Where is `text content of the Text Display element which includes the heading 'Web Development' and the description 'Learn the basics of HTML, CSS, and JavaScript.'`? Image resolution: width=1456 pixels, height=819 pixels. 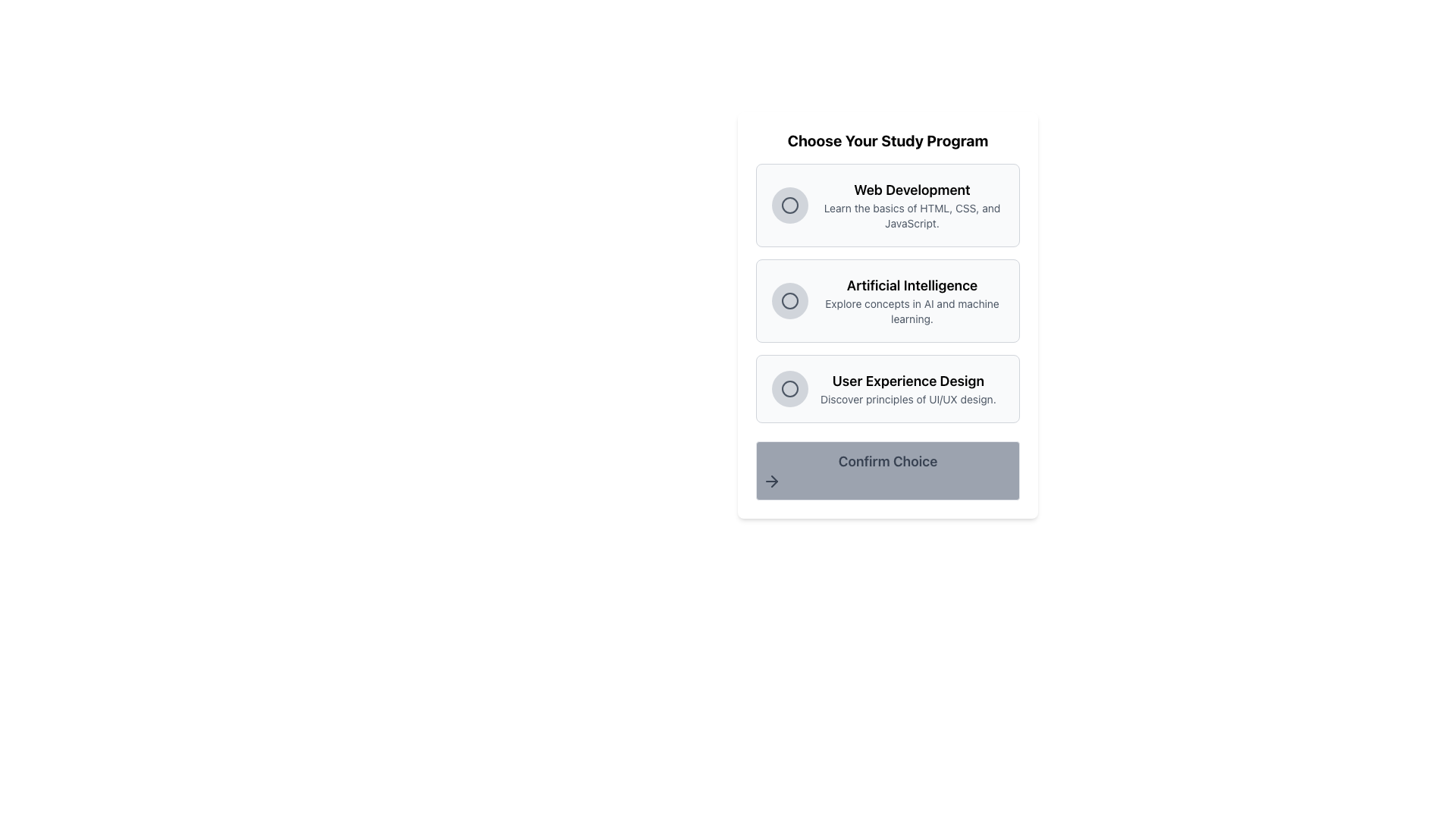
text content of the Text Display element which includes the heading 'Web Development' and the description 'Learn the basics of HTML, CSS, and JavaScript.' is located at coordinates (912, 205).